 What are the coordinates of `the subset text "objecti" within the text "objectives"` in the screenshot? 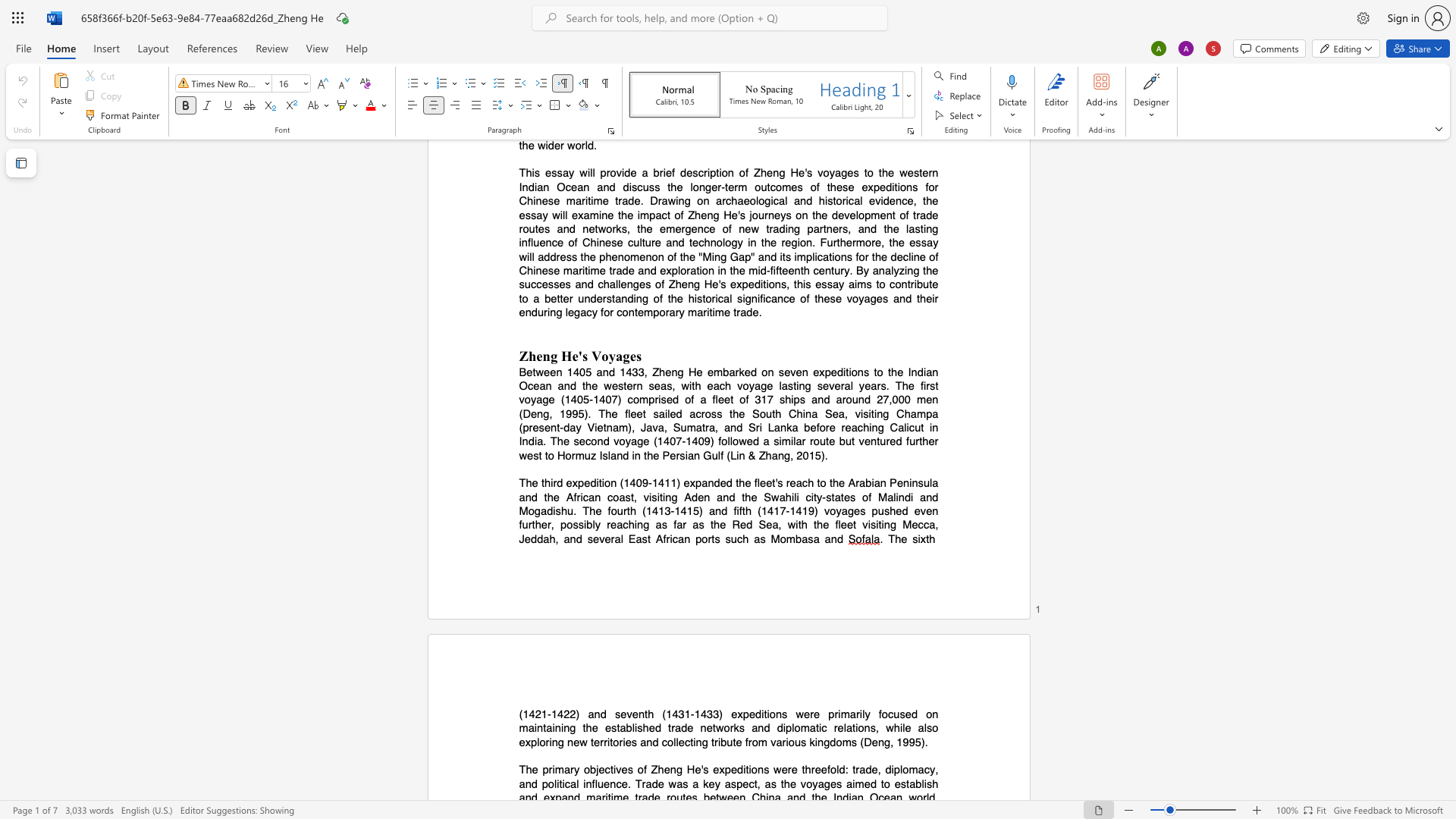 It's located at (582, 770).